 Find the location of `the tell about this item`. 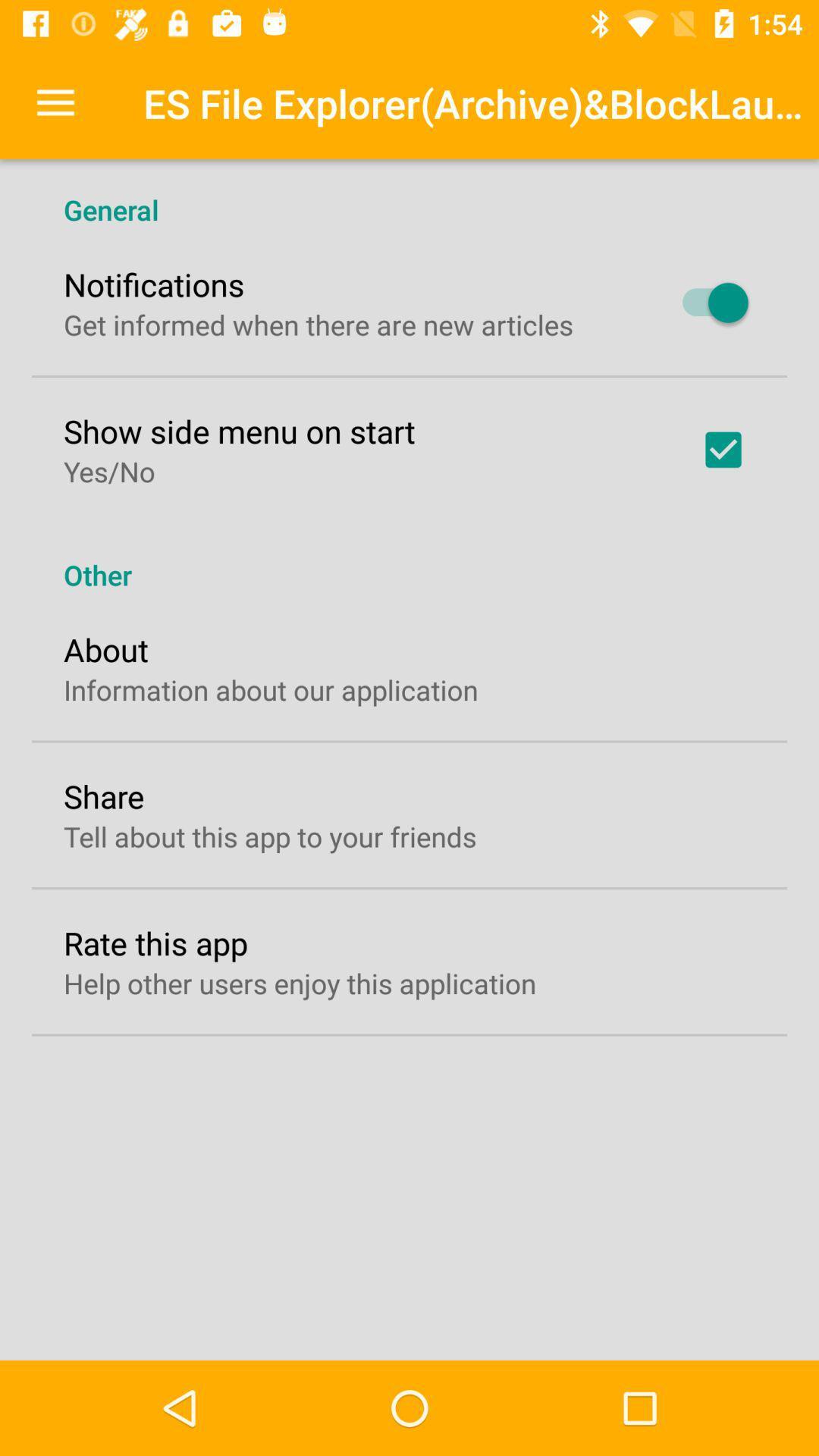

the tell about this item is located at coordinates (269, 836).